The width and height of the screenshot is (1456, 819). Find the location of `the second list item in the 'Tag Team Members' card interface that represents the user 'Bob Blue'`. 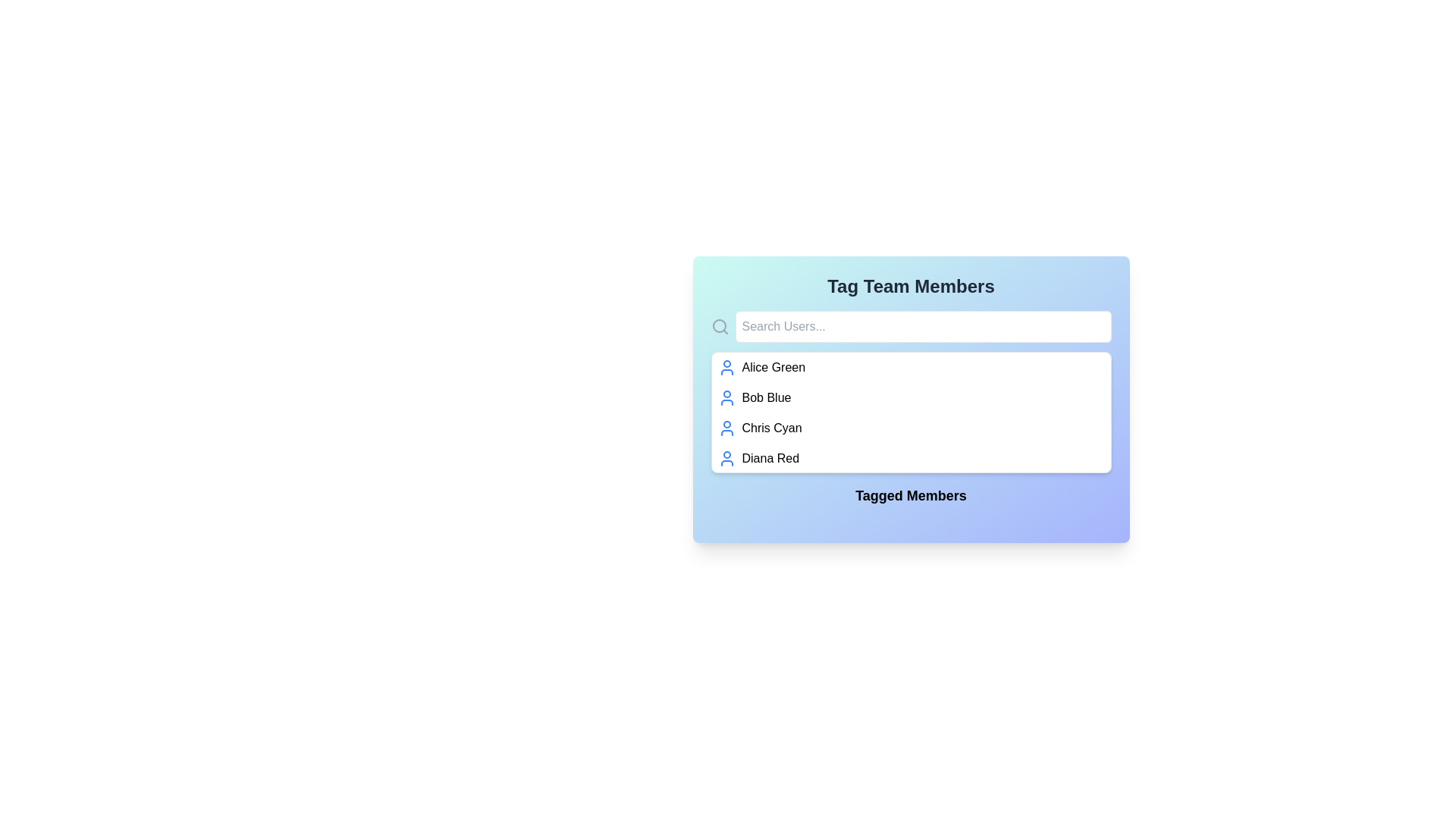

the second list item in the 'Tag Team Members' card interface that represents the user 'Bob Blue' is located at coordinates (910, 397).